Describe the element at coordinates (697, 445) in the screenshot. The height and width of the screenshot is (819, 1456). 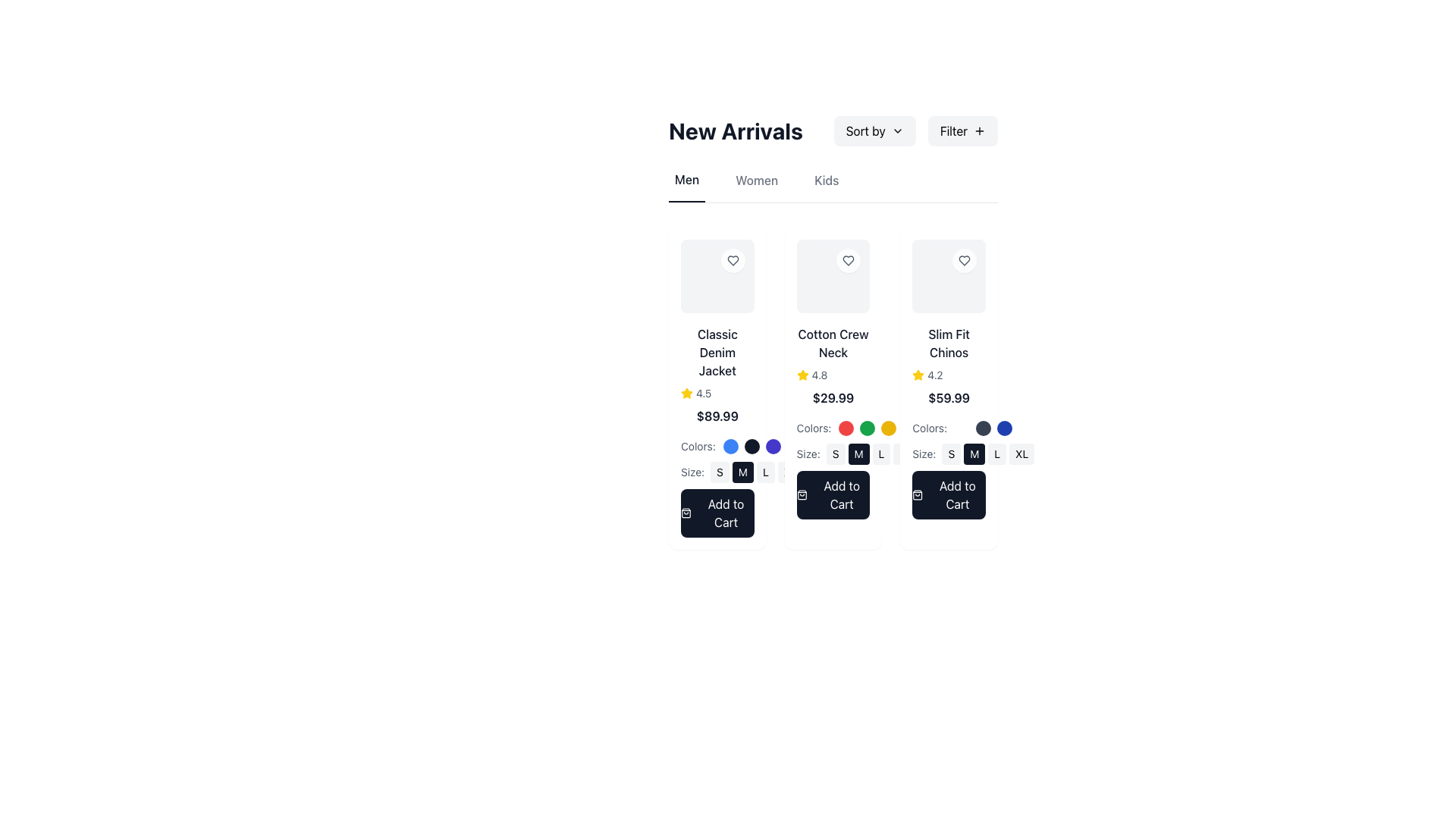
I see `label displaying the word 'Colors:' which is styled in light gray color and located to the left of the color selection circles under the product titled 'Classic Denim Jacket.'` at that location.